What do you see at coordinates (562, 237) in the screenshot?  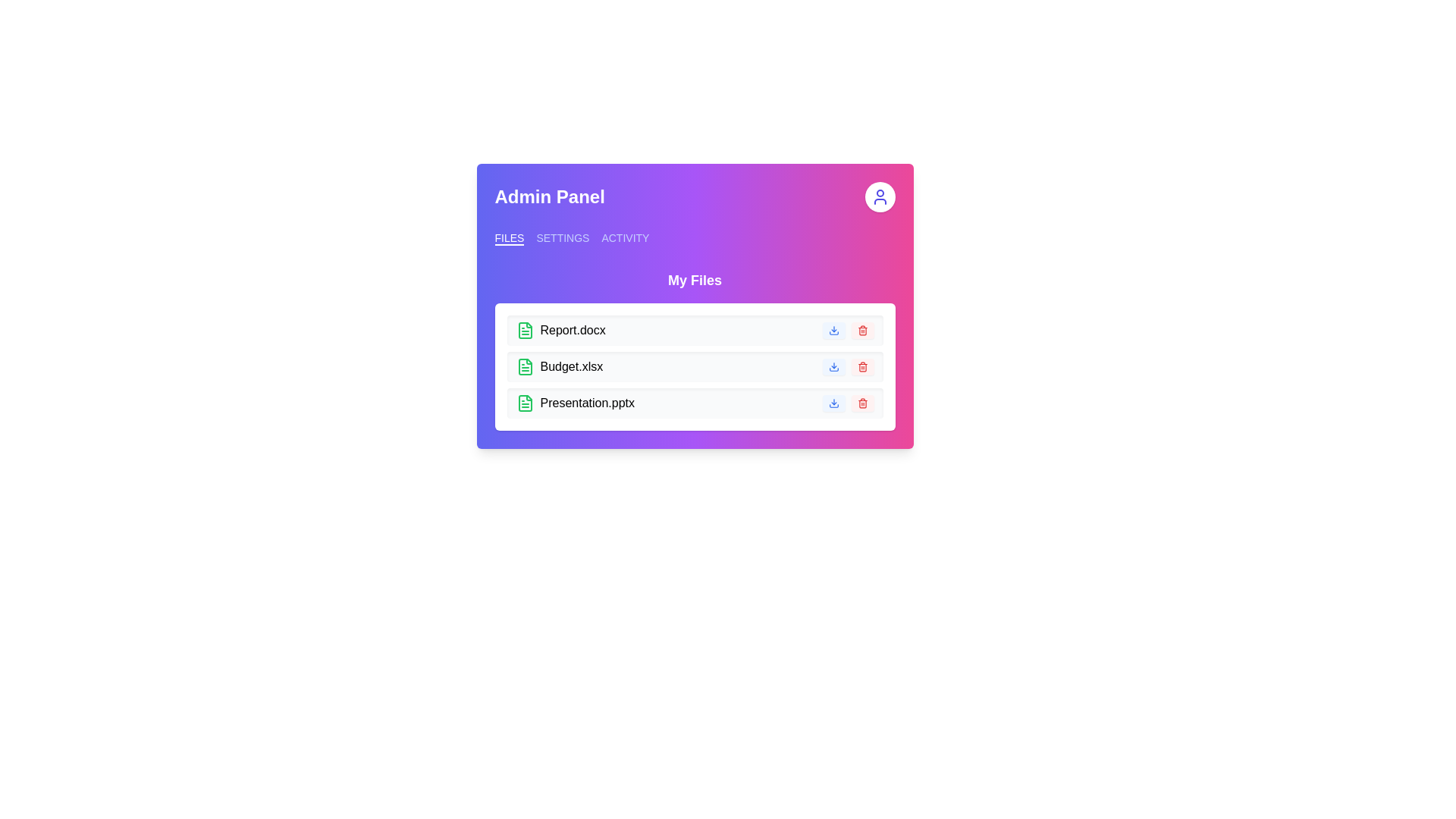 I see `the Navigation label located between the 'FILES' label and the 'ACTIVITY' label in the horizontal navigation bar` at bounding box center [562, 237].